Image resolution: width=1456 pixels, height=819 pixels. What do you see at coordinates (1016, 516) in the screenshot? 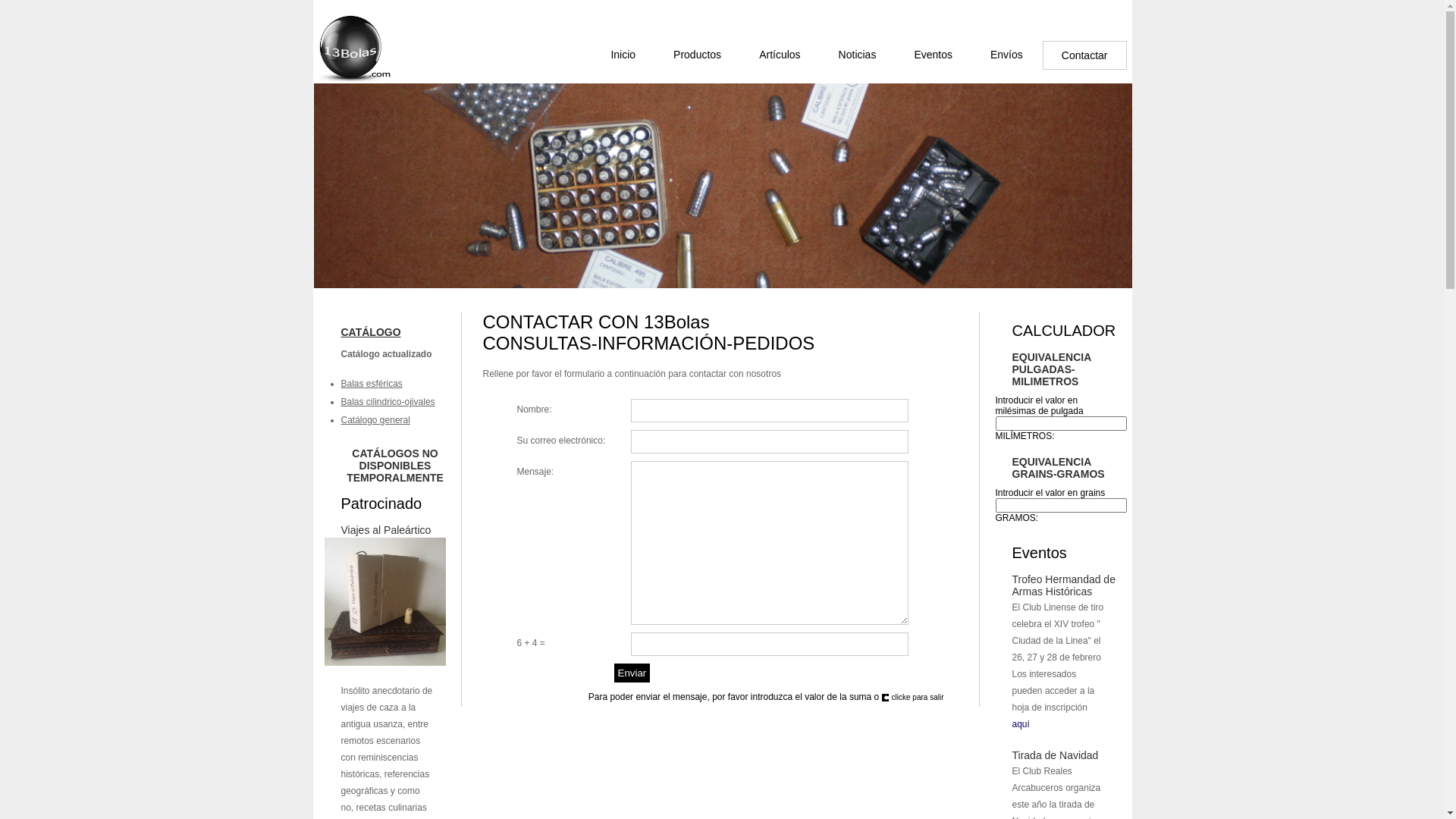
I see `'GRAMOS:'` at bounding box center [1016, 516].